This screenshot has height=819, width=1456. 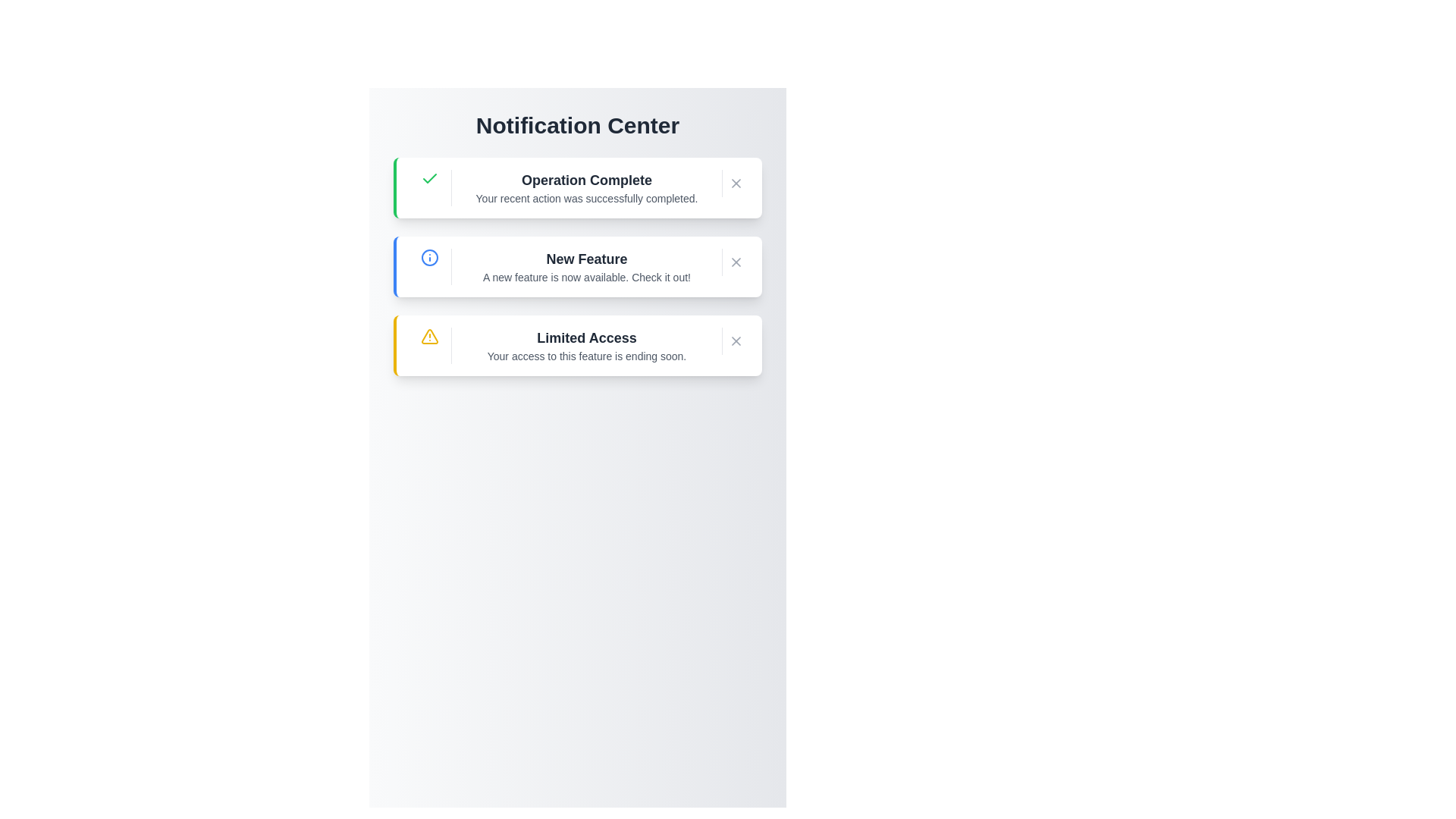 What do you see at coordinates (577, 124) in the screenshot?
I see `the large, bold header displaying 'Notification Center' in dark gray color, located at the top center of the notification panel` at bounding box center [577, 124].